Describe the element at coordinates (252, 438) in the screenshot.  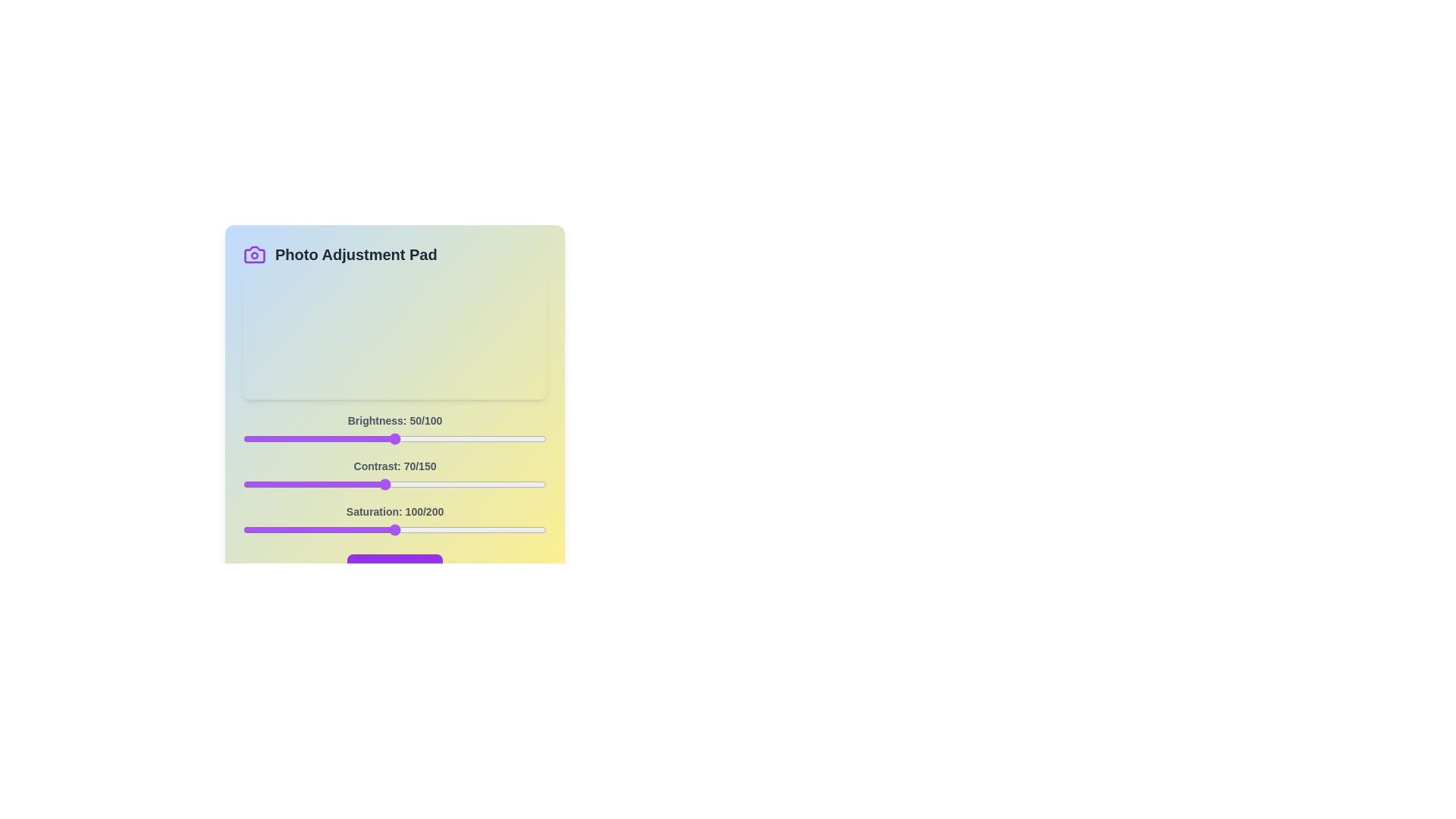
I see `the 0 slider to 3` at that location.